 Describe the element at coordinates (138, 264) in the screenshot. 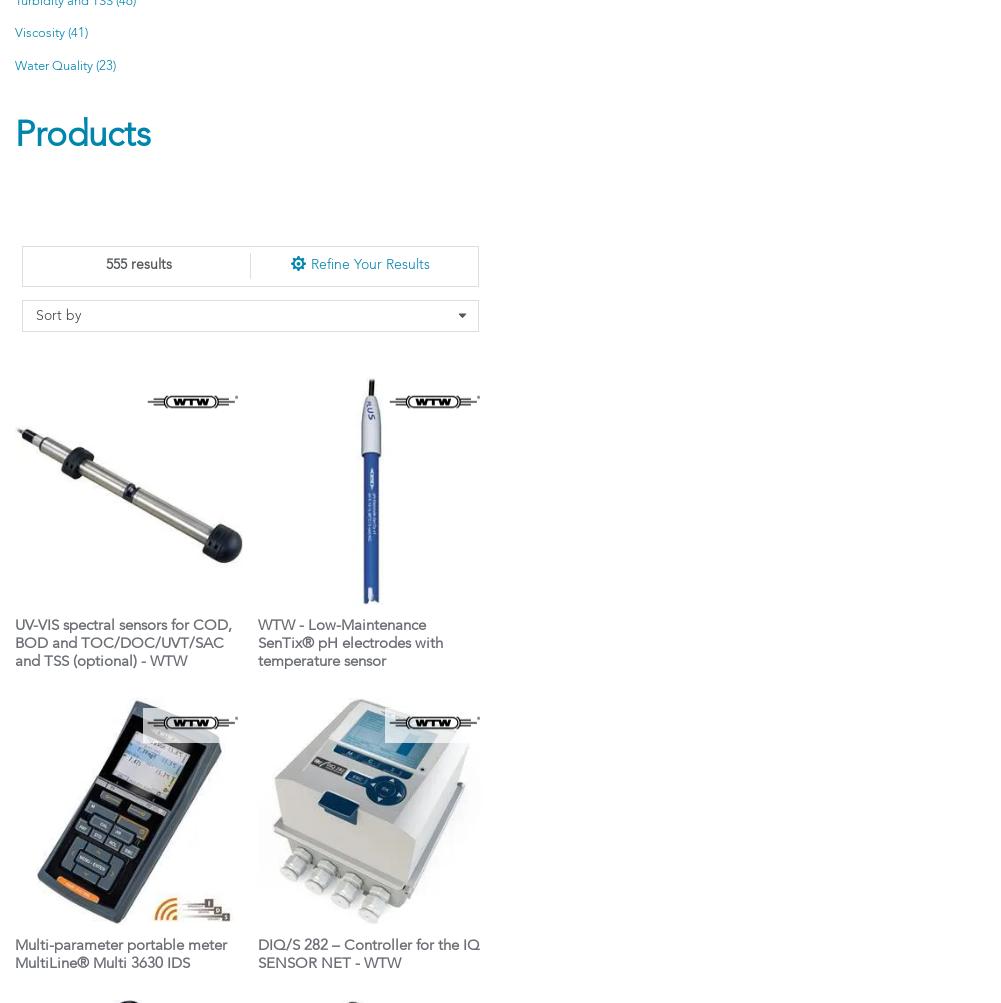

I see `'555 results'` at that location.